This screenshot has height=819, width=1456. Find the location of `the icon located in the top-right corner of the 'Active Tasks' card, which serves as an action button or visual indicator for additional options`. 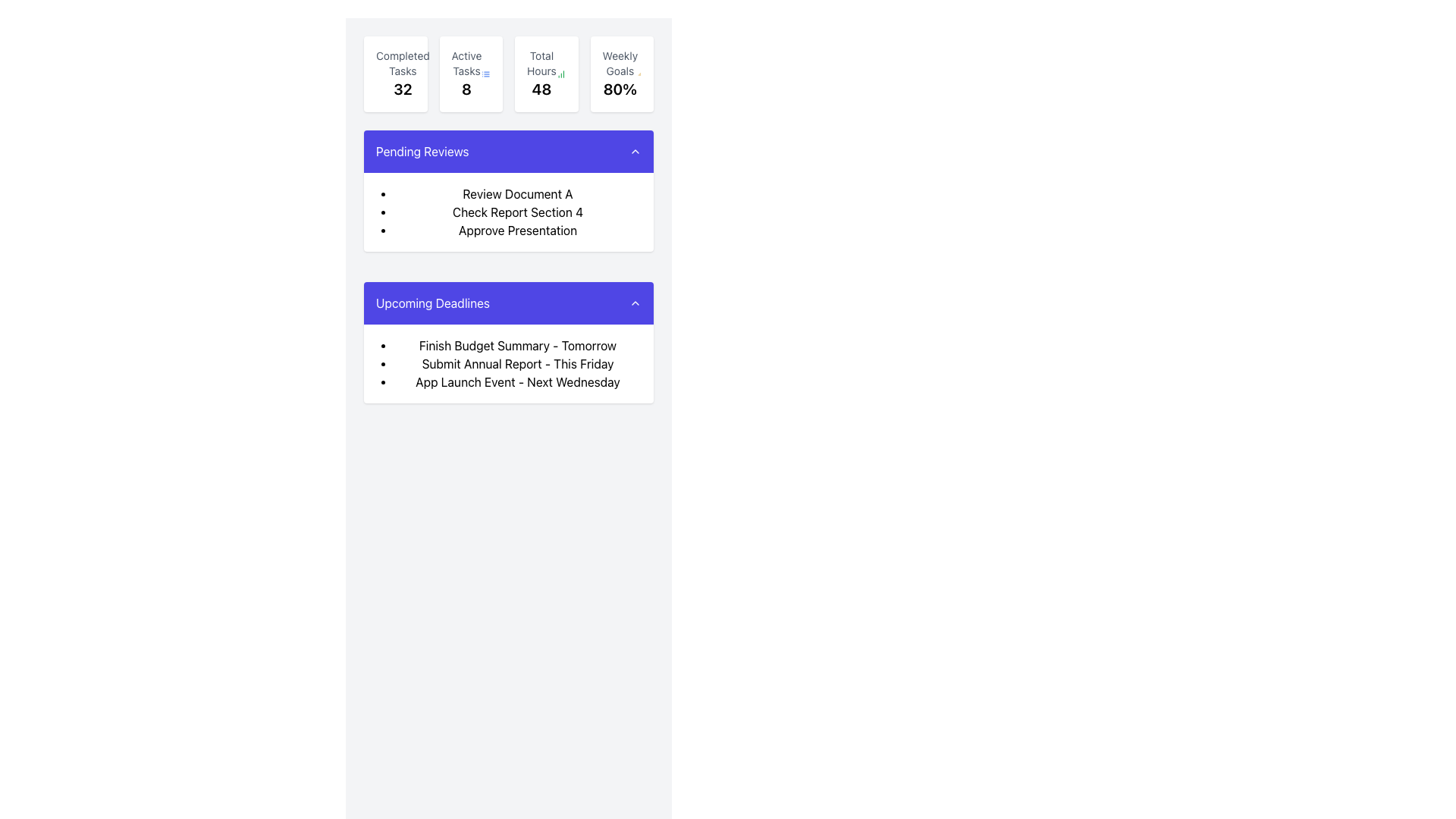

the icon located in the top-right corner of the 'Active Tasks' card, which serves as an action button or visual indicator for additional options is located at coordinates (486, 74).